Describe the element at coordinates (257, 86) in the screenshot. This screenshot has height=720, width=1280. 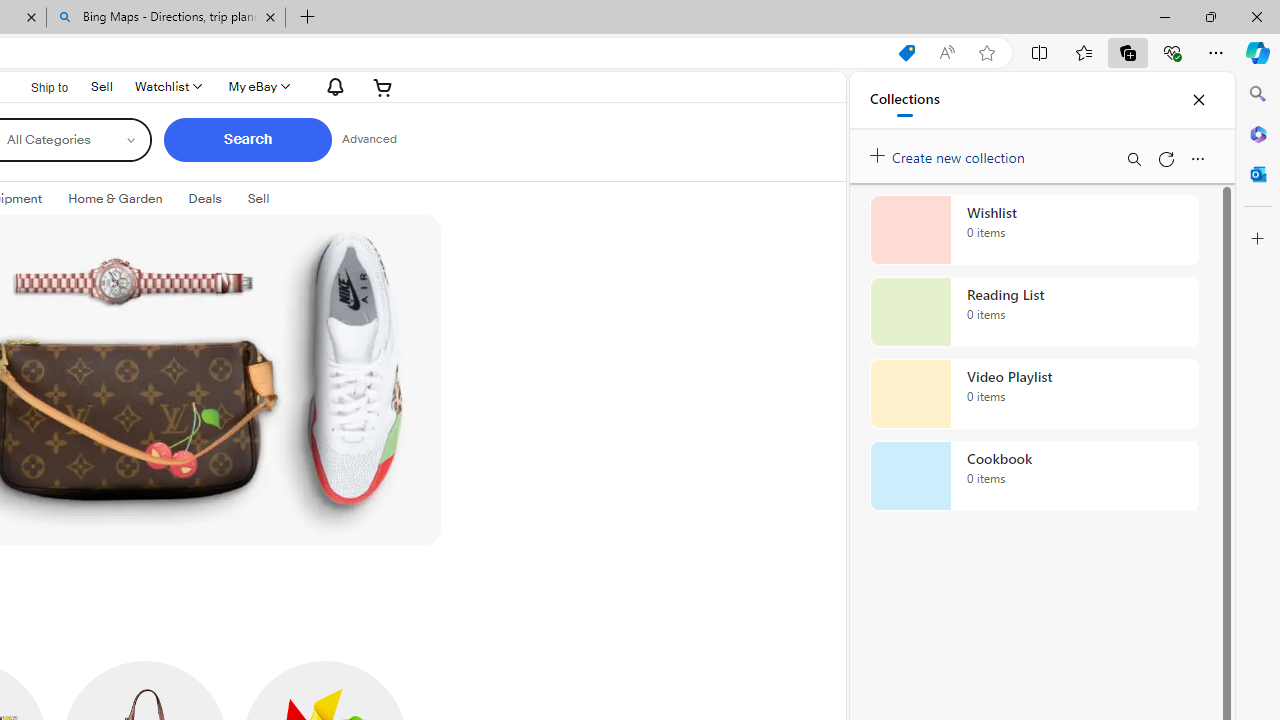
I see `'My eBayExpand My eBay'` at that location.